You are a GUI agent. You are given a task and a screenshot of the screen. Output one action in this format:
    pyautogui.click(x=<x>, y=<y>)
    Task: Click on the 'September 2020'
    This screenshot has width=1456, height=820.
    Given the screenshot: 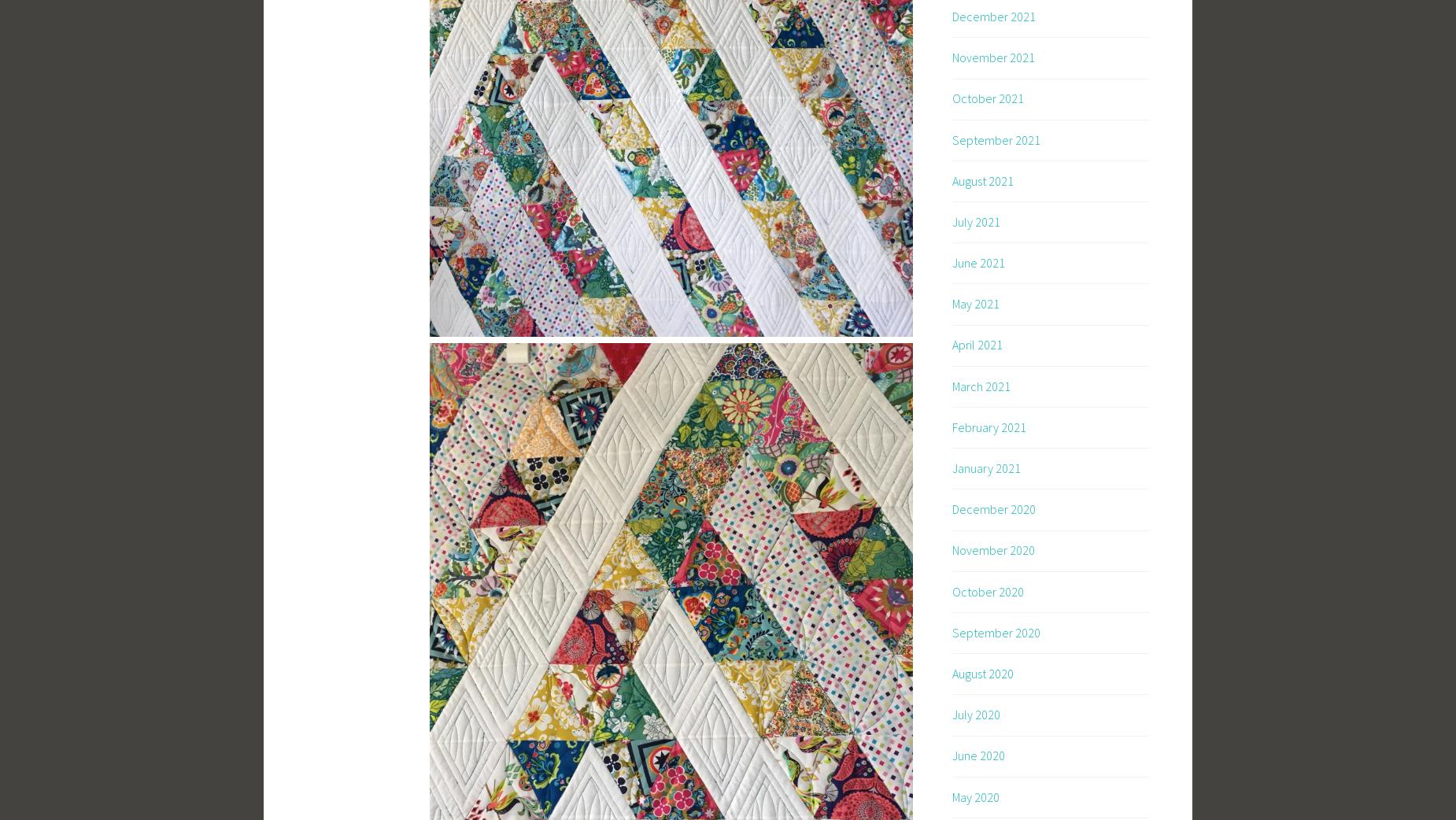 What is the action you would take?
    pyautogui.click(x=995, y=631)
    